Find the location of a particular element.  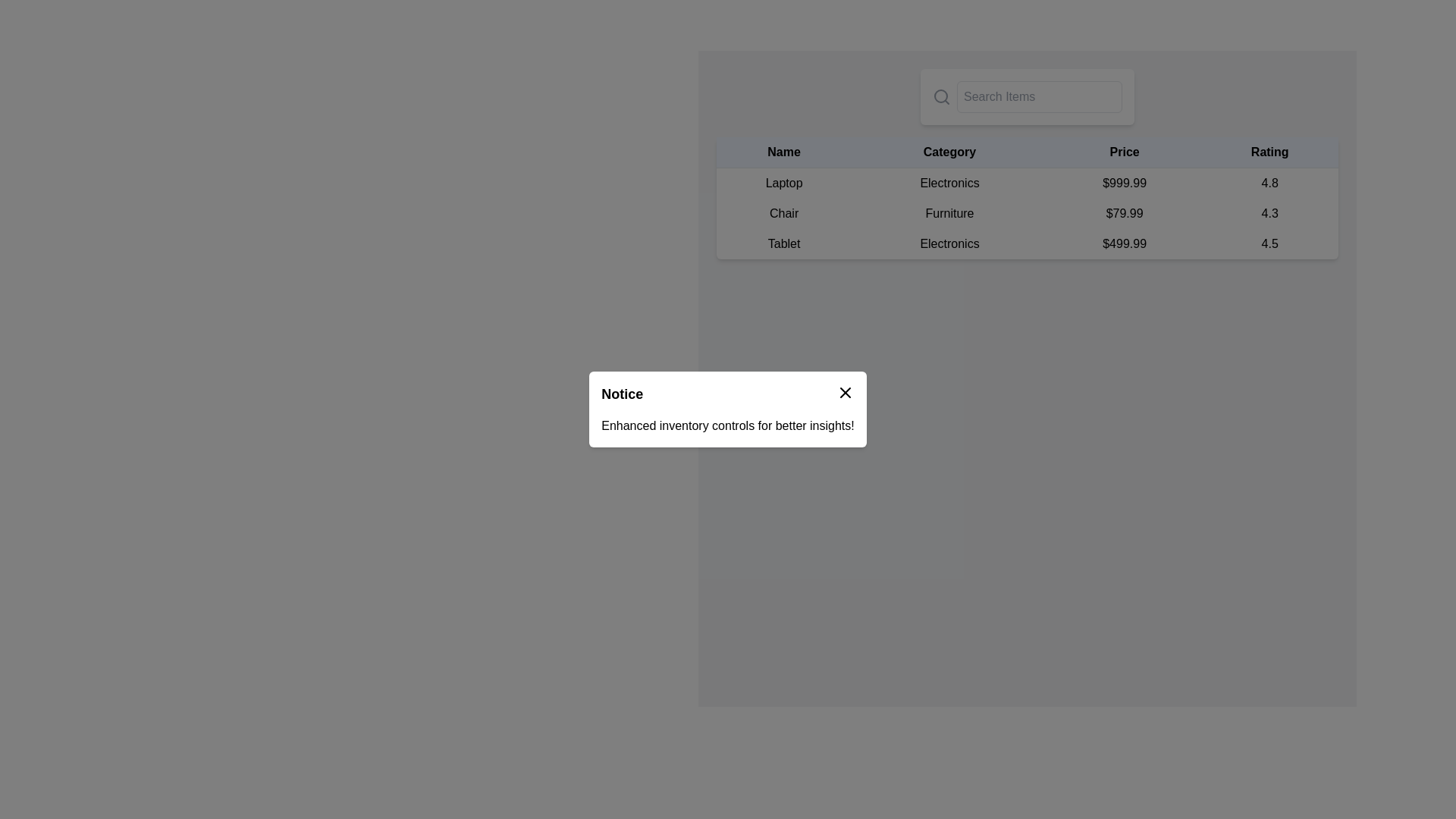

the stylized 'X' icon in the top-right corner of the notification interface is located at coordinates (844, 391).